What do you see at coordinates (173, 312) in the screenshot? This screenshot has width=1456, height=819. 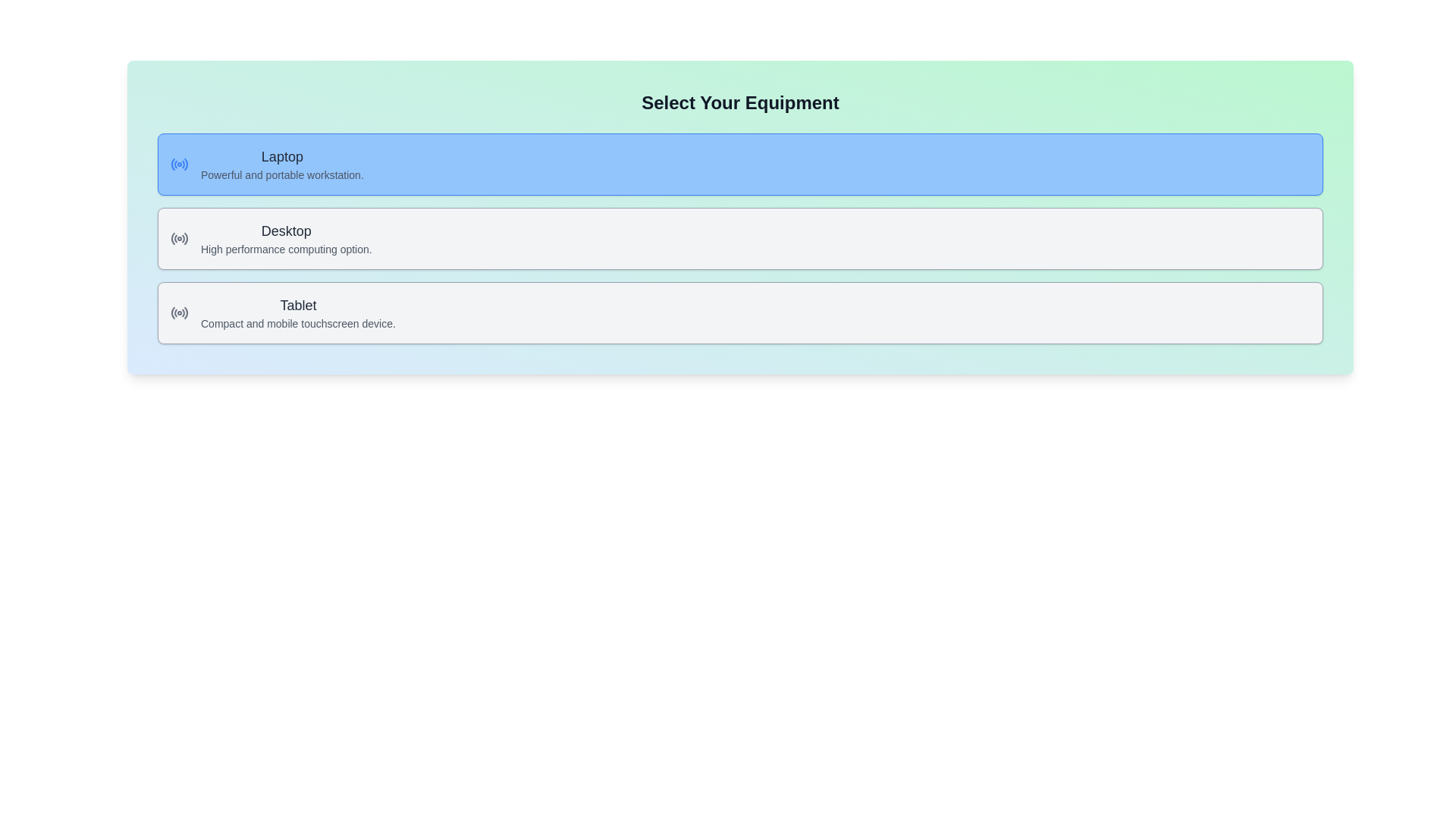 I see `the Decorative Icon Component representing the 'Tablet' selection option` at bounding box center [173, 312].